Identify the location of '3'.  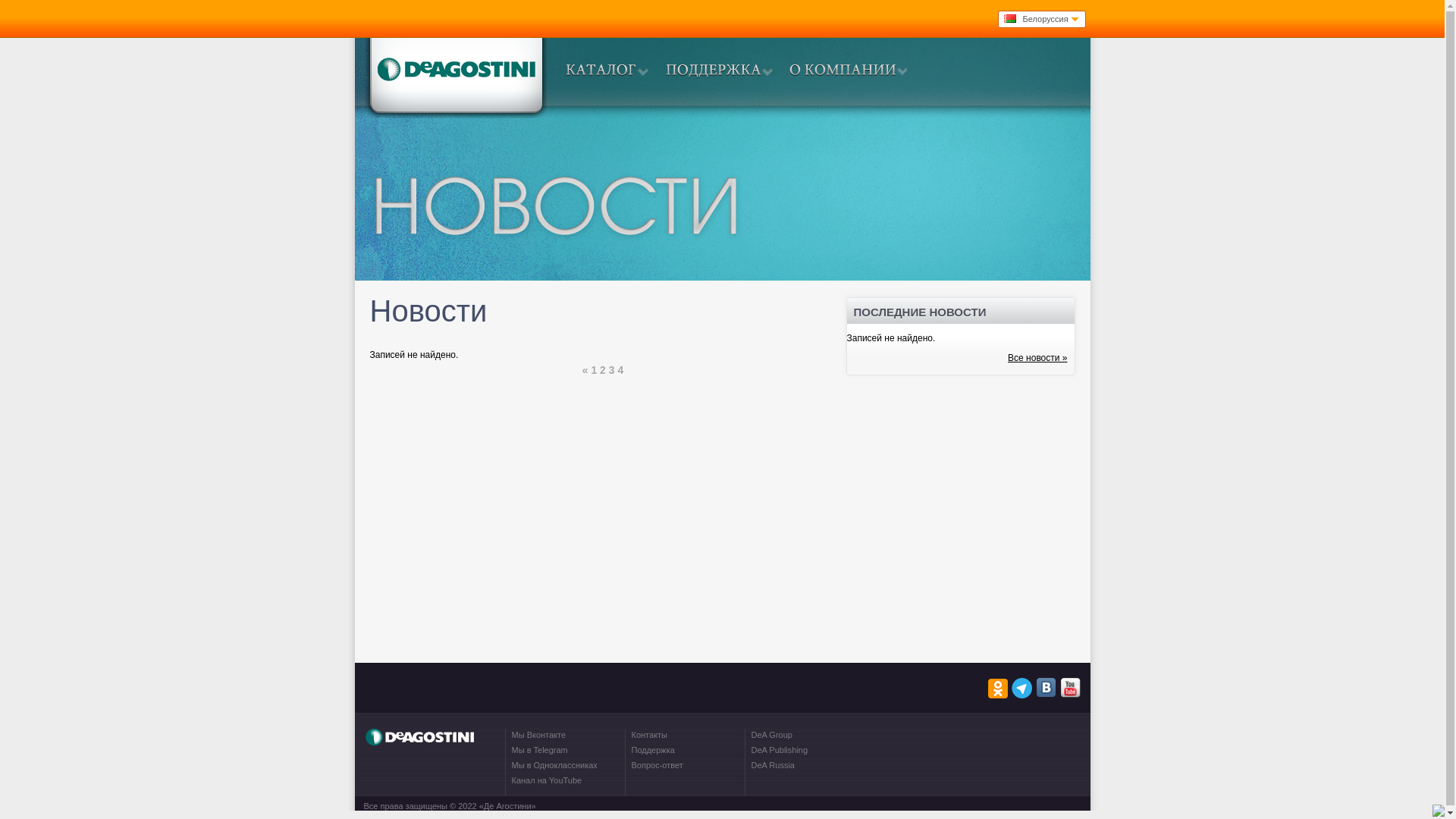
(613, 370).